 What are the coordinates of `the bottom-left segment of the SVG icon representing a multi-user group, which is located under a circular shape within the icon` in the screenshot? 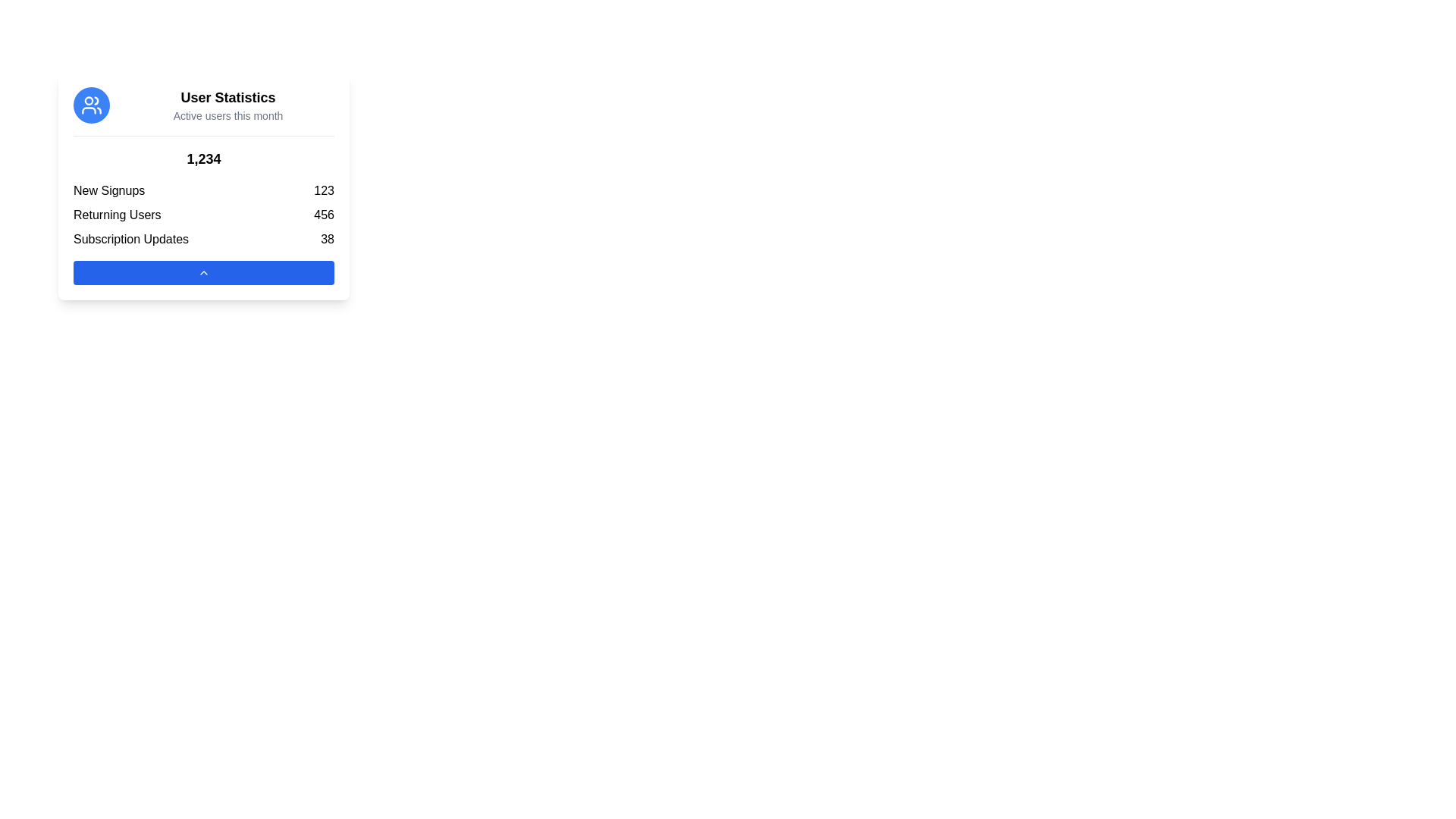 It's located at (88, 110).